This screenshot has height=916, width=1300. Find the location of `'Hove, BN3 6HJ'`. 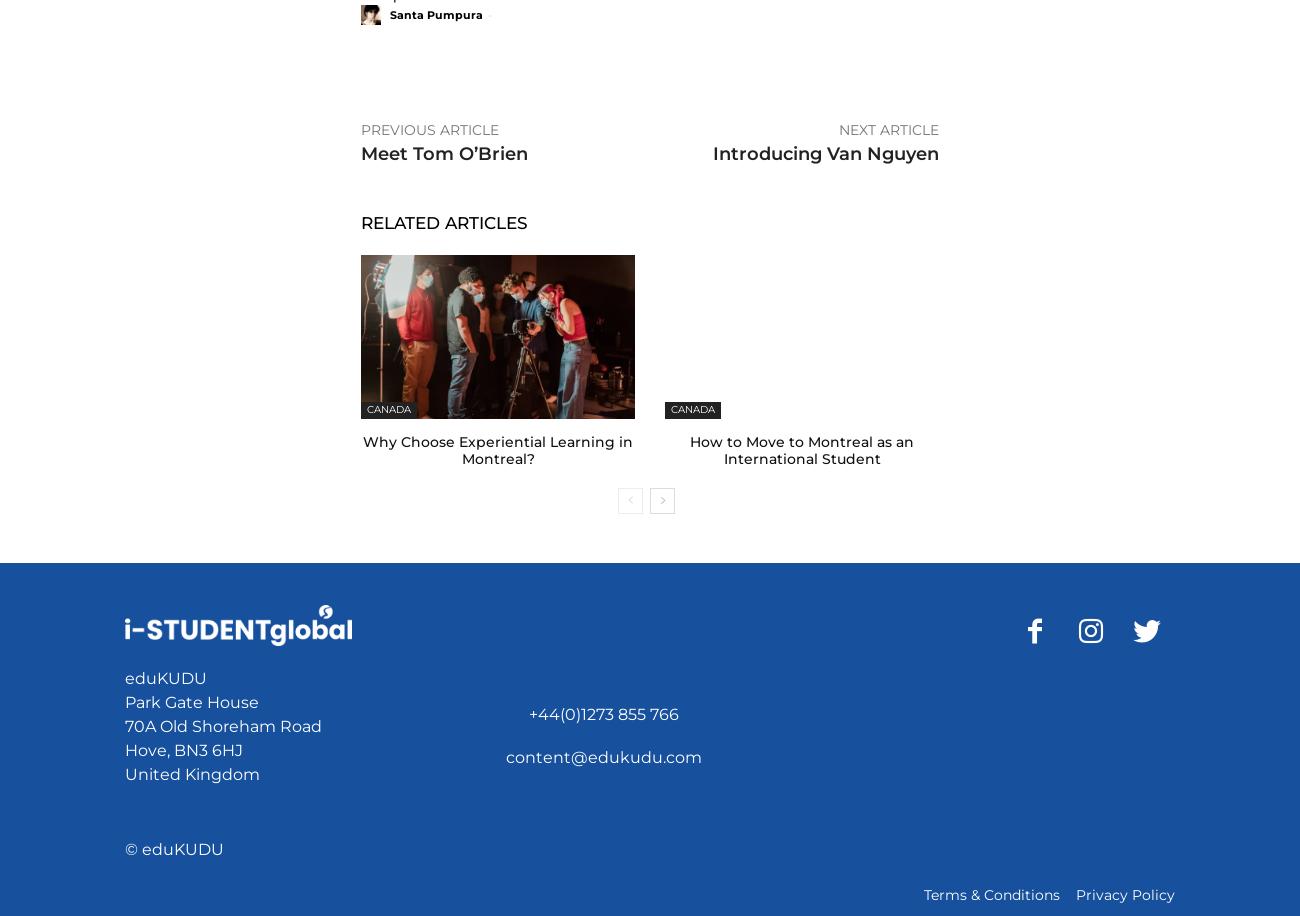

'Hove, BN3 6HJ' is located at coordinates (183, 749).